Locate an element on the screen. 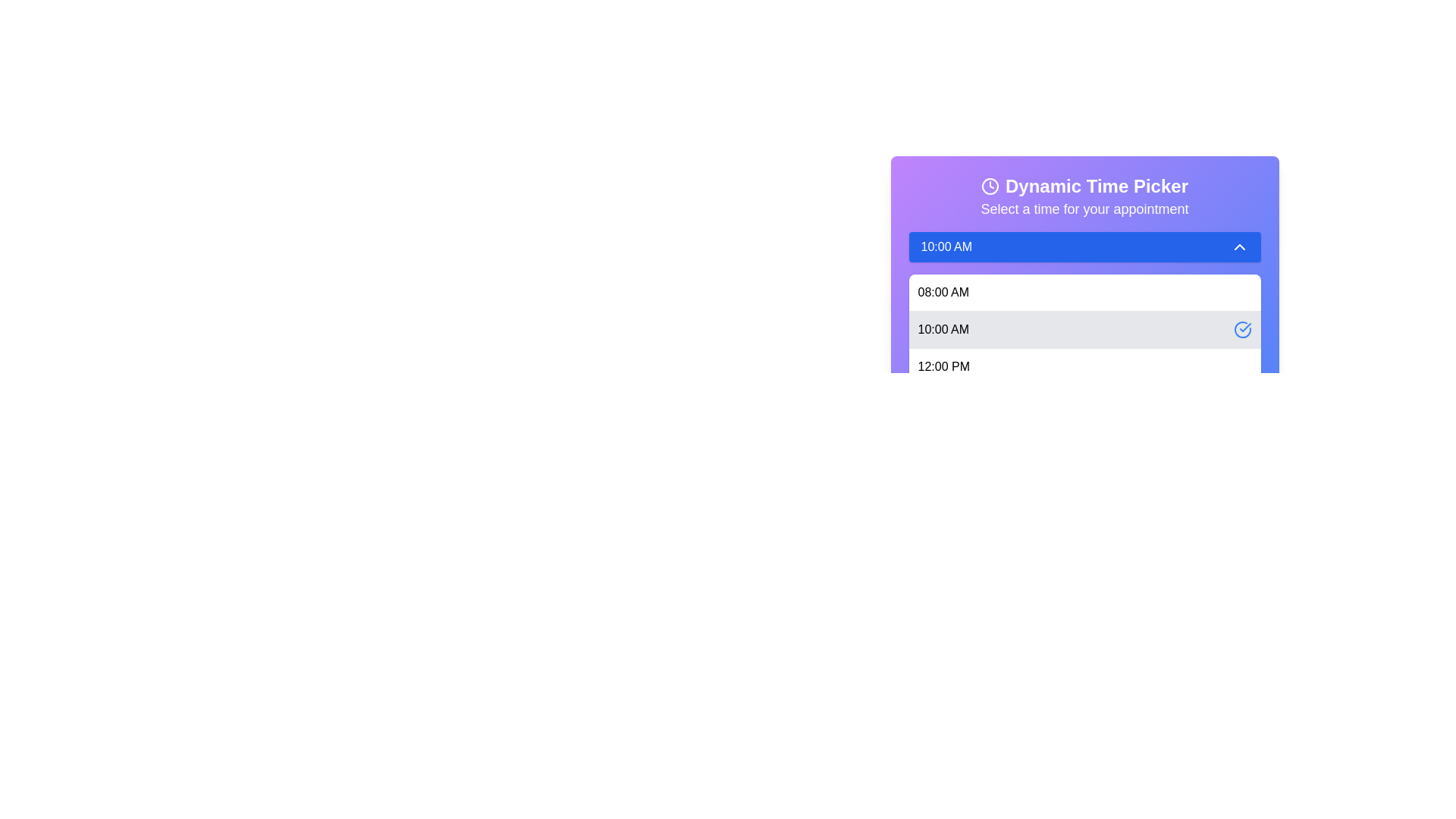  the collapse indicator icon located to the right of '10:00 AM' in the blue button at the top of the dropdown menu is located at coordinates (1239, 246).